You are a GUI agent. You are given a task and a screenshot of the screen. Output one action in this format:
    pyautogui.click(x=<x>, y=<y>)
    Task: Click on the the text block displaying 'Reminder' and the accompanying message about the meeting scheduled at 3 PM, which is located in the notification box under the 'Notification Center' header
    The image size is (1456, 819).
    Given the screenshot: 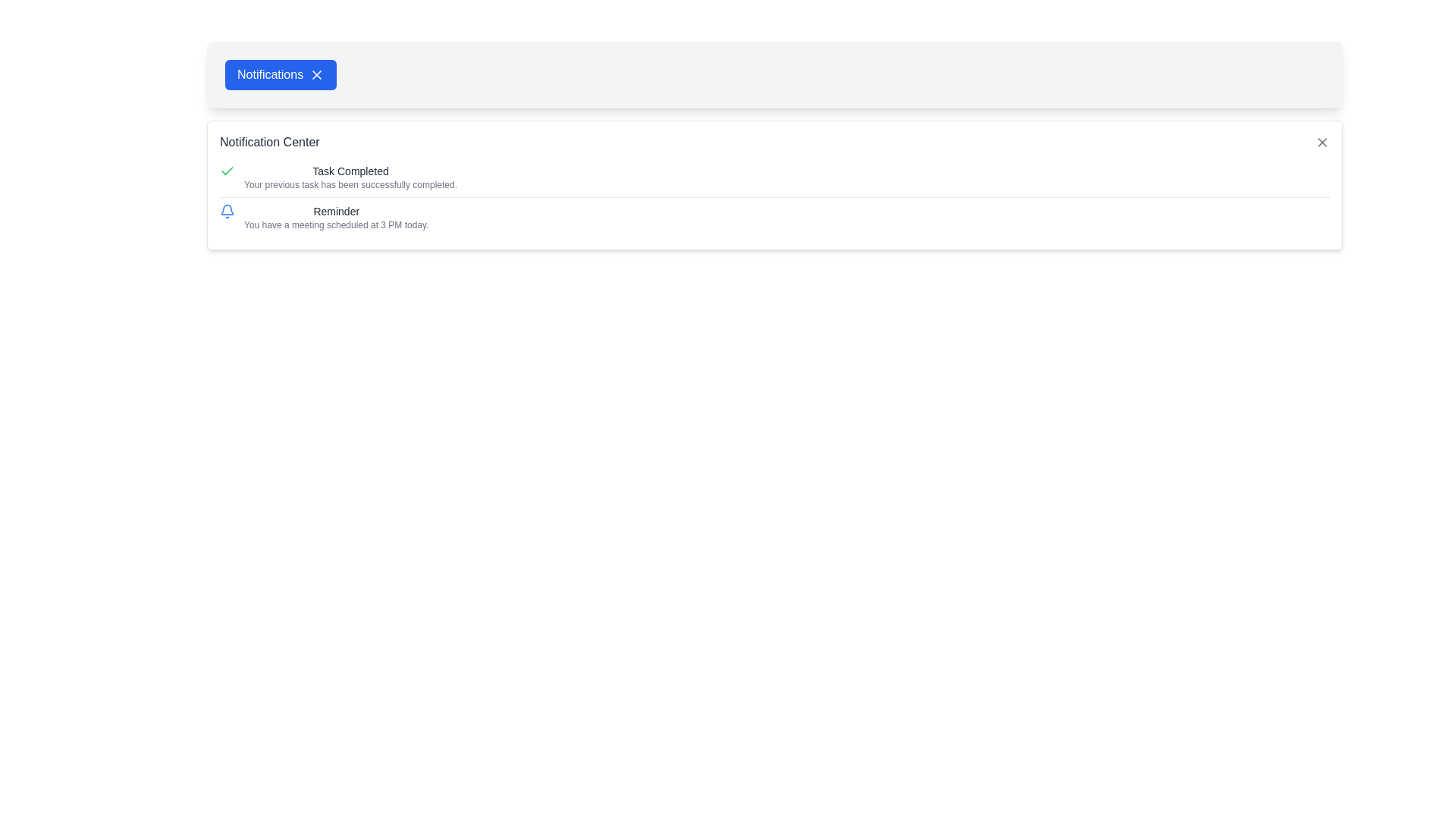 What is the action you would take?
    pyautogui.click(x=335, y=217)
    